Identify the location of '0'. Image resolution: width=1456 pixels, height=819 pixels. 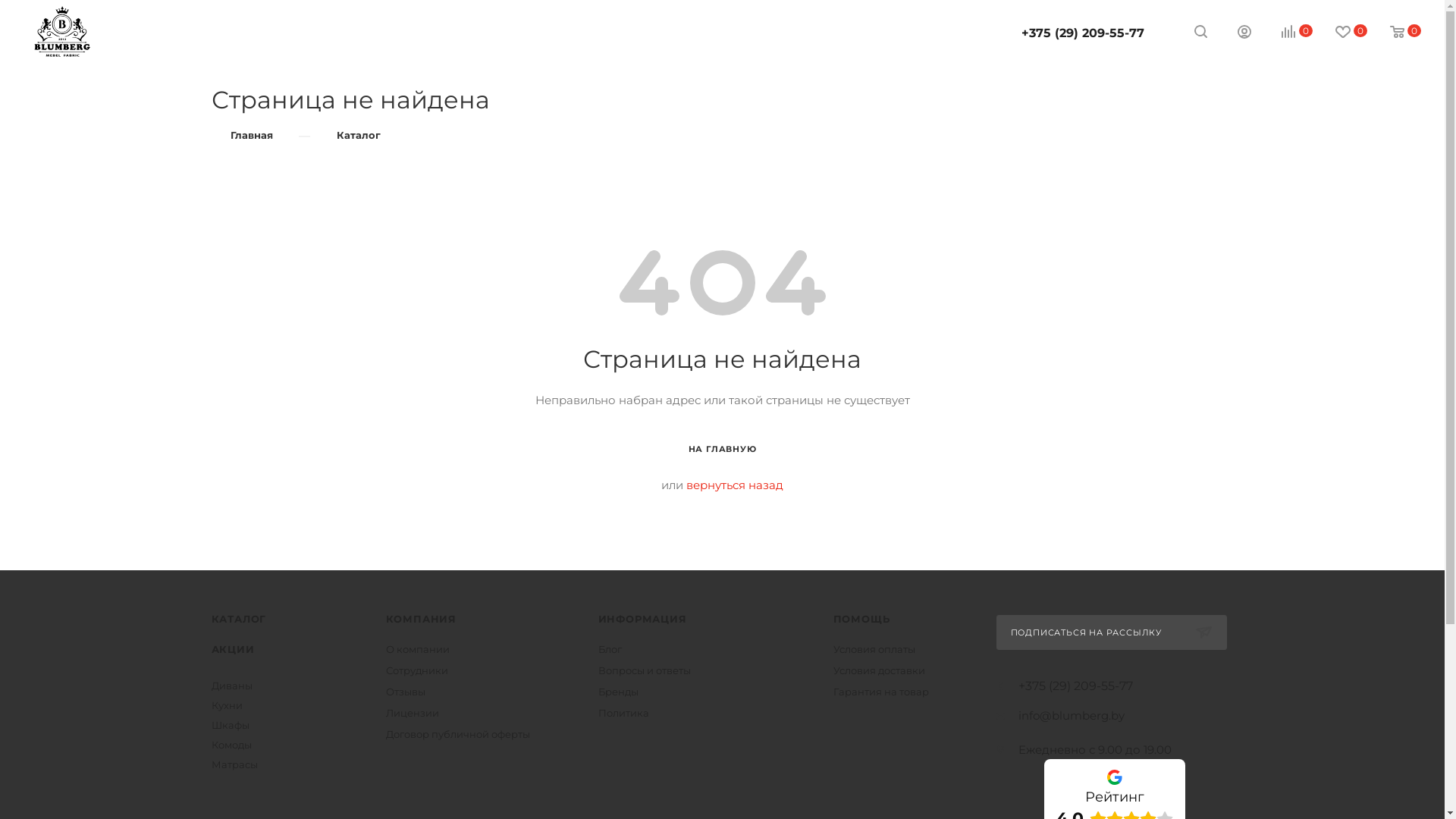
(1285, 32).